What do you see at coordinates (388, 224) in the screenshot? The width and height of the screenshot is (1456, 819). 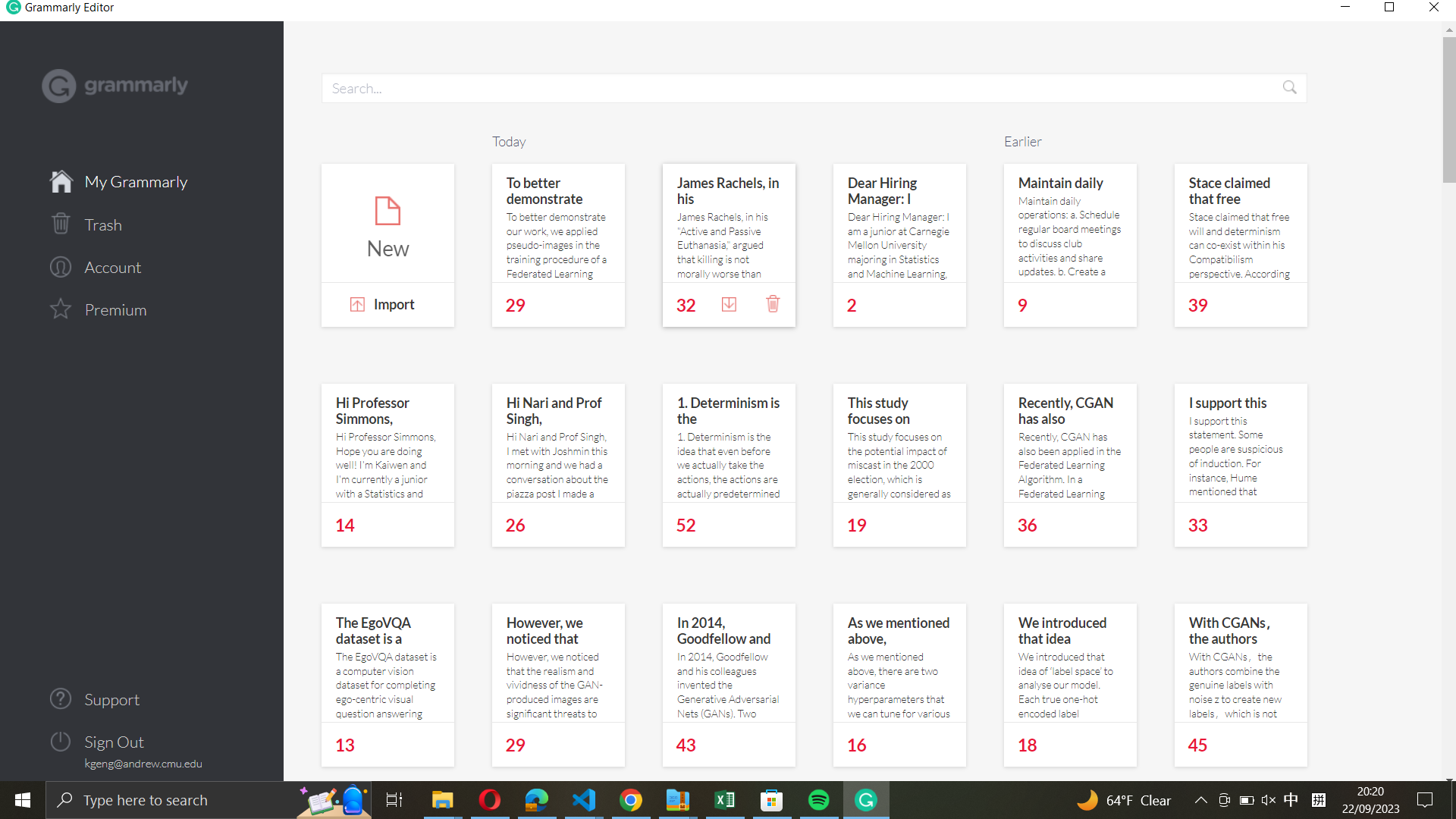 I see `the "new_document" option and select it` at bounding box center [388, 224].